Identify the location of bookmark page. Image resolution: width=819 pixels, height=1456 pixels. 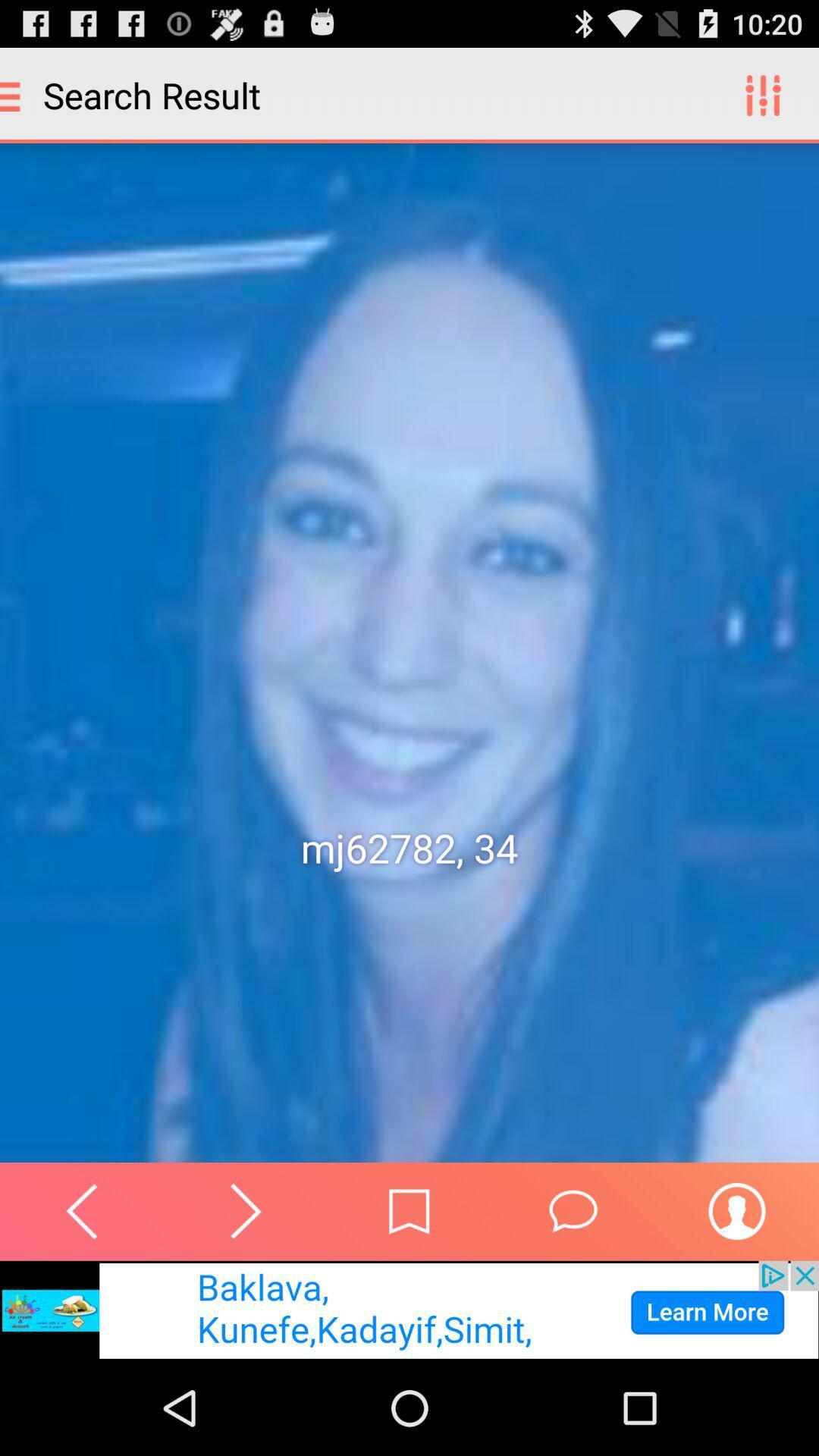
(409, 1210).